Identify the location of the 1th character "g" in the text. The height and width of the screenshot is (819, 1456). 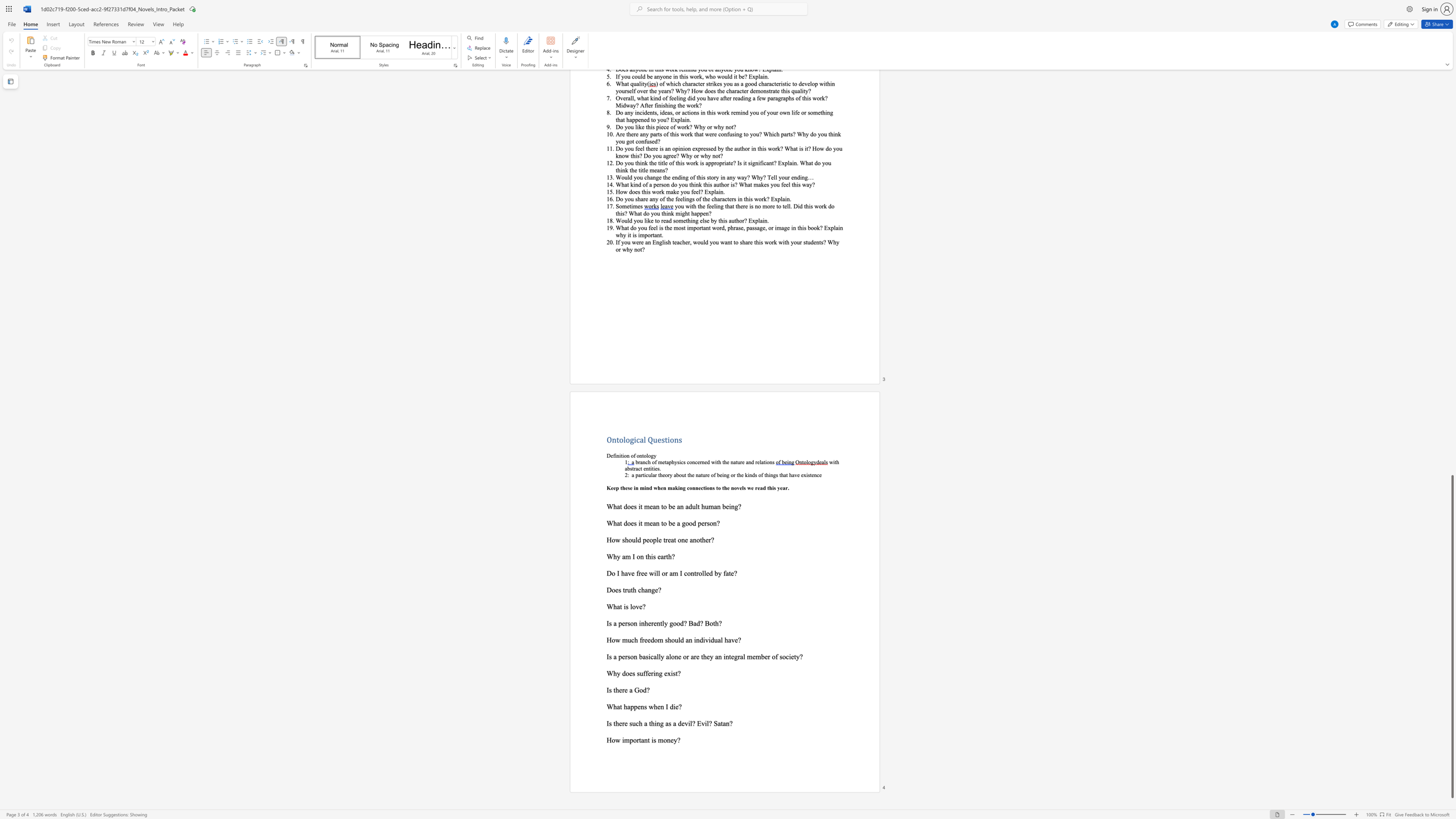
(652, 455).